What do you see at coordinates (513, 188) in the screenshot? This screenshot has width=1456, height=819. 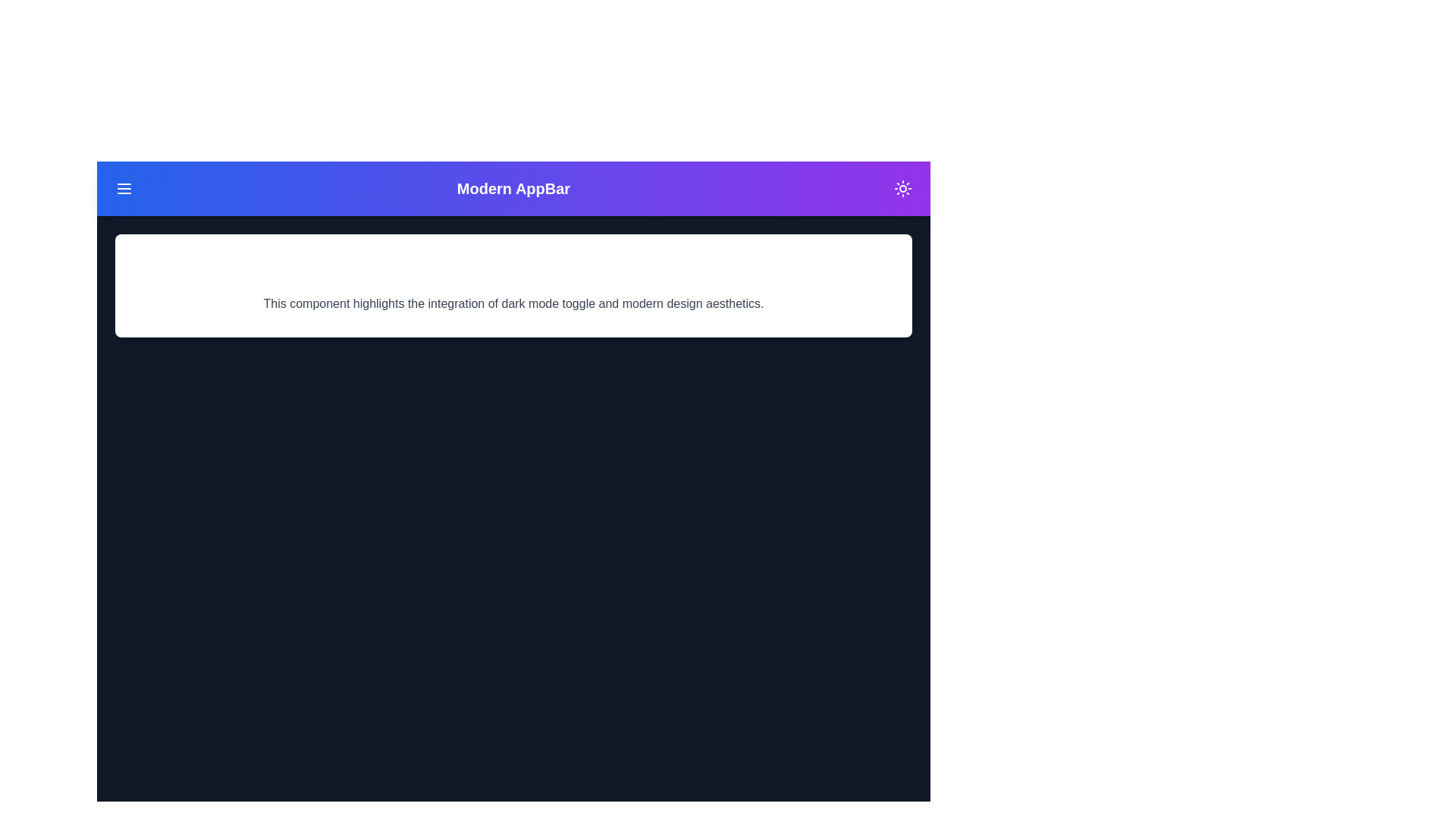 I see `the app bar to explore its gradient background` at bounding box center [513, 188].